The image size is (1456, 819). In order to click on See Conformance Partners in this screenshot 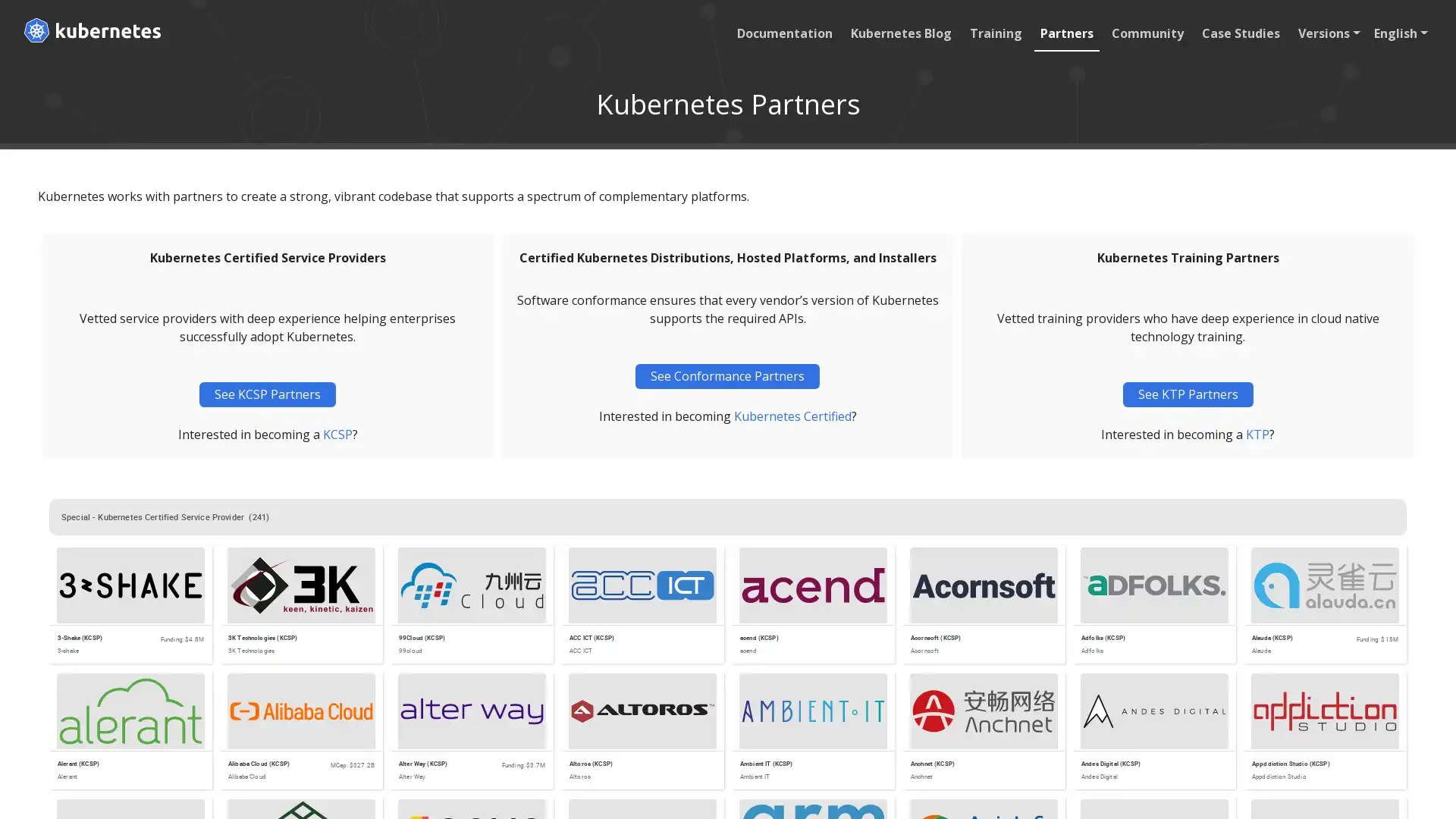, I will do `click(726, 375)`.